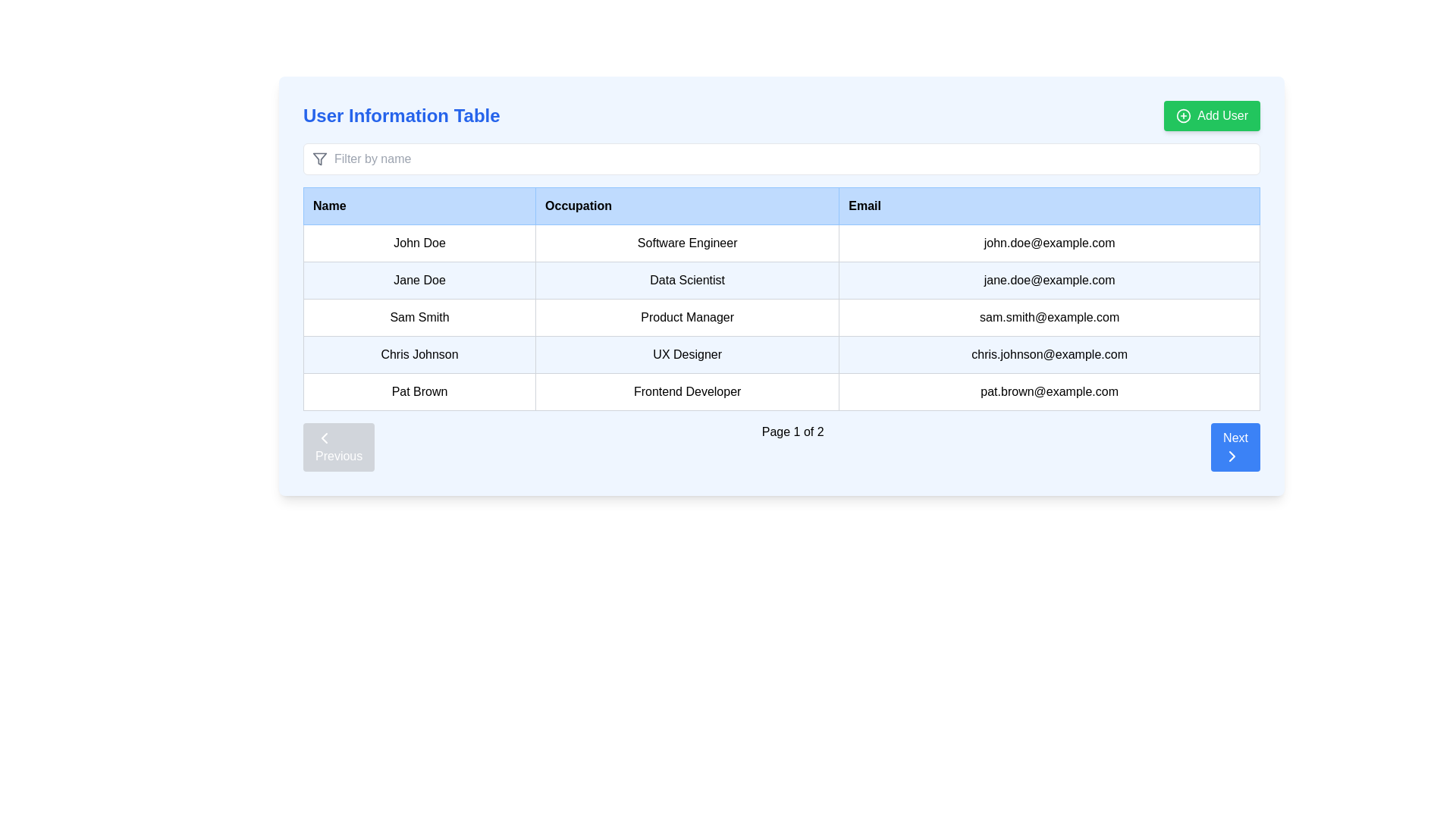 The height and width of the screenshot is (819, 1456). Describe the element at coordinates (419, 281) in the screenshot. I see `the text label 'Jane Doe' located in the leftmost column of the table` at that location.